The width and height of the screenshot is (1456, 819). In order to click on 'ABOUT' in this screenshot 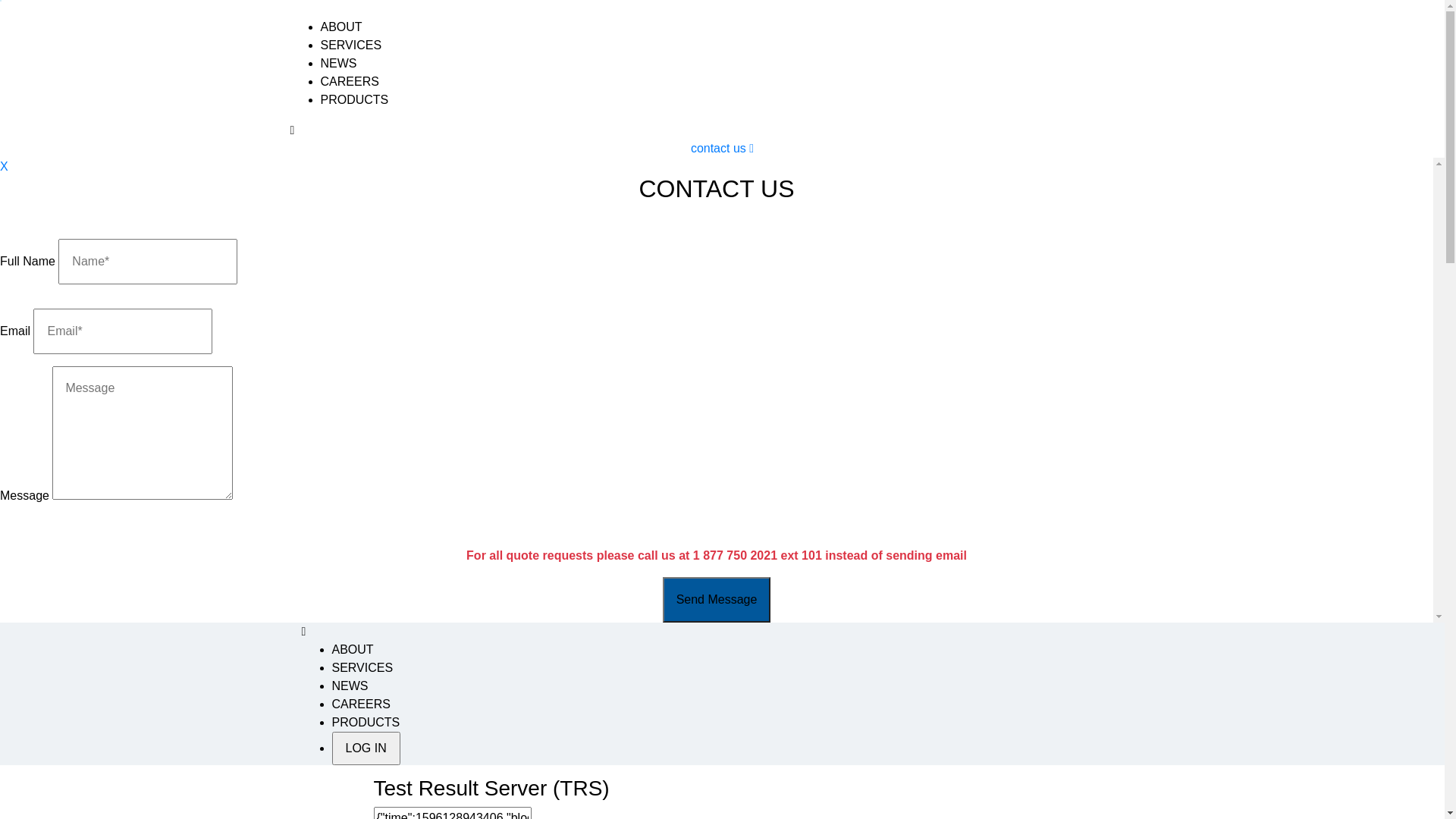, I will do `click(352, 648)`.